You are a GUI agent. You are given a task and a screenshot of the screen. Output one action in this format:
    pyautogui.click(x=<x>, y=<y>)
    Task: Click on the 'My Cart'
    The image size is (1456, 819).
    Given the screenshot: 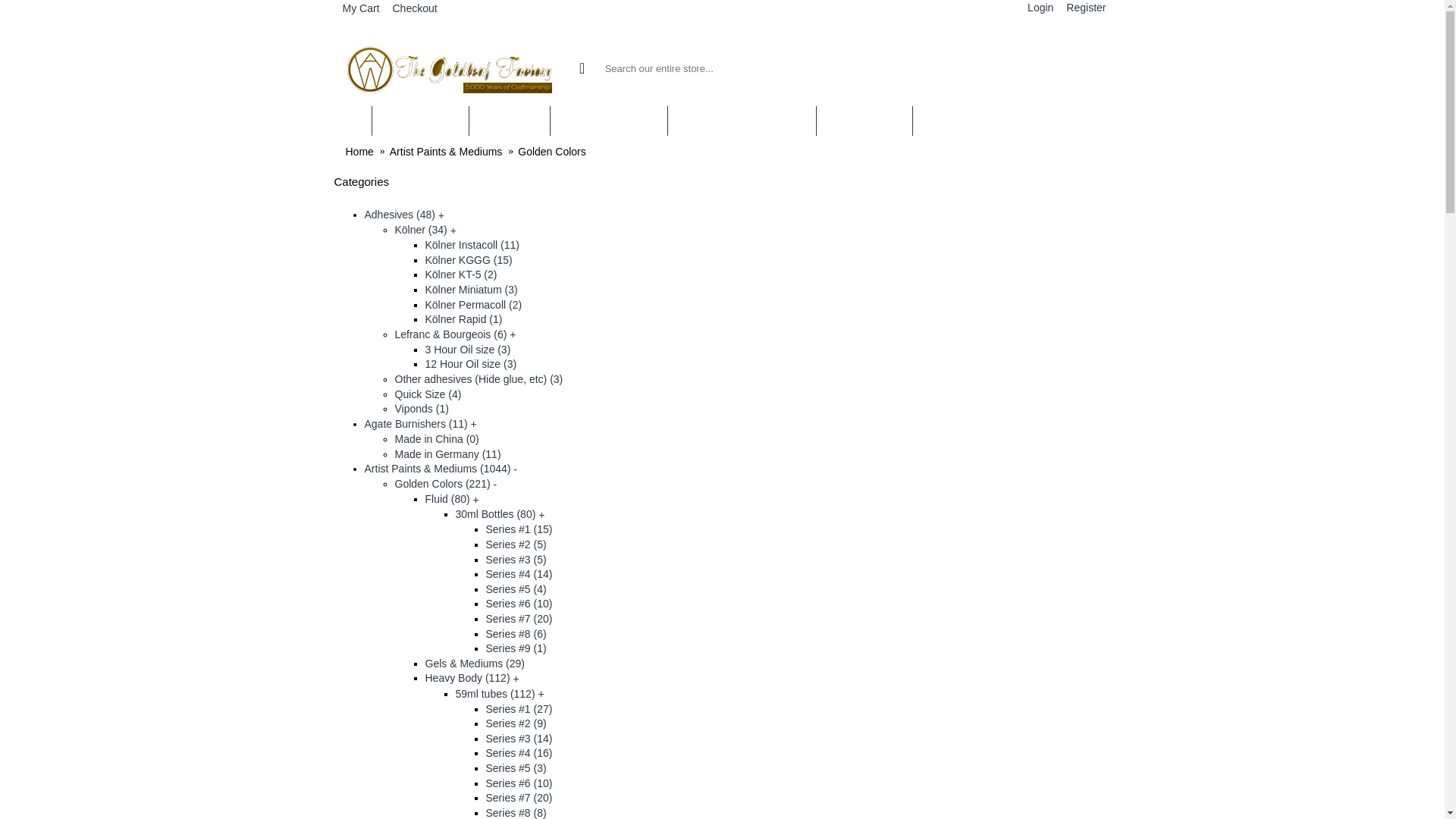 What is the action you would take?
    pyautogui.click(x=358, y=9)
    